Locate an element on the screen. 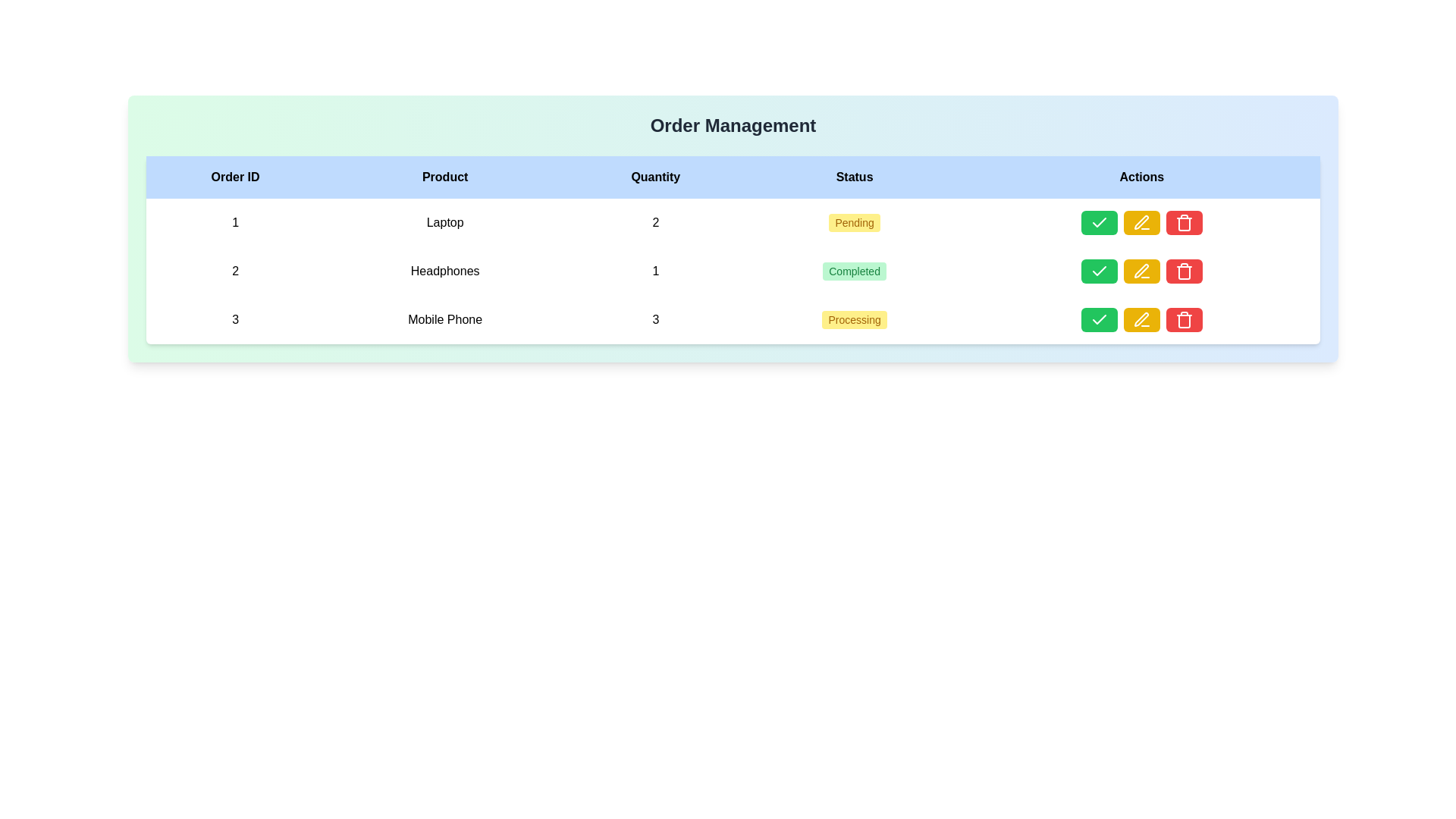 This screenshot has width=1456, height=819. the confirmation icon button in the 'Actions' column associated with the 'Headphones' row is located at coordinates (1099, 271).